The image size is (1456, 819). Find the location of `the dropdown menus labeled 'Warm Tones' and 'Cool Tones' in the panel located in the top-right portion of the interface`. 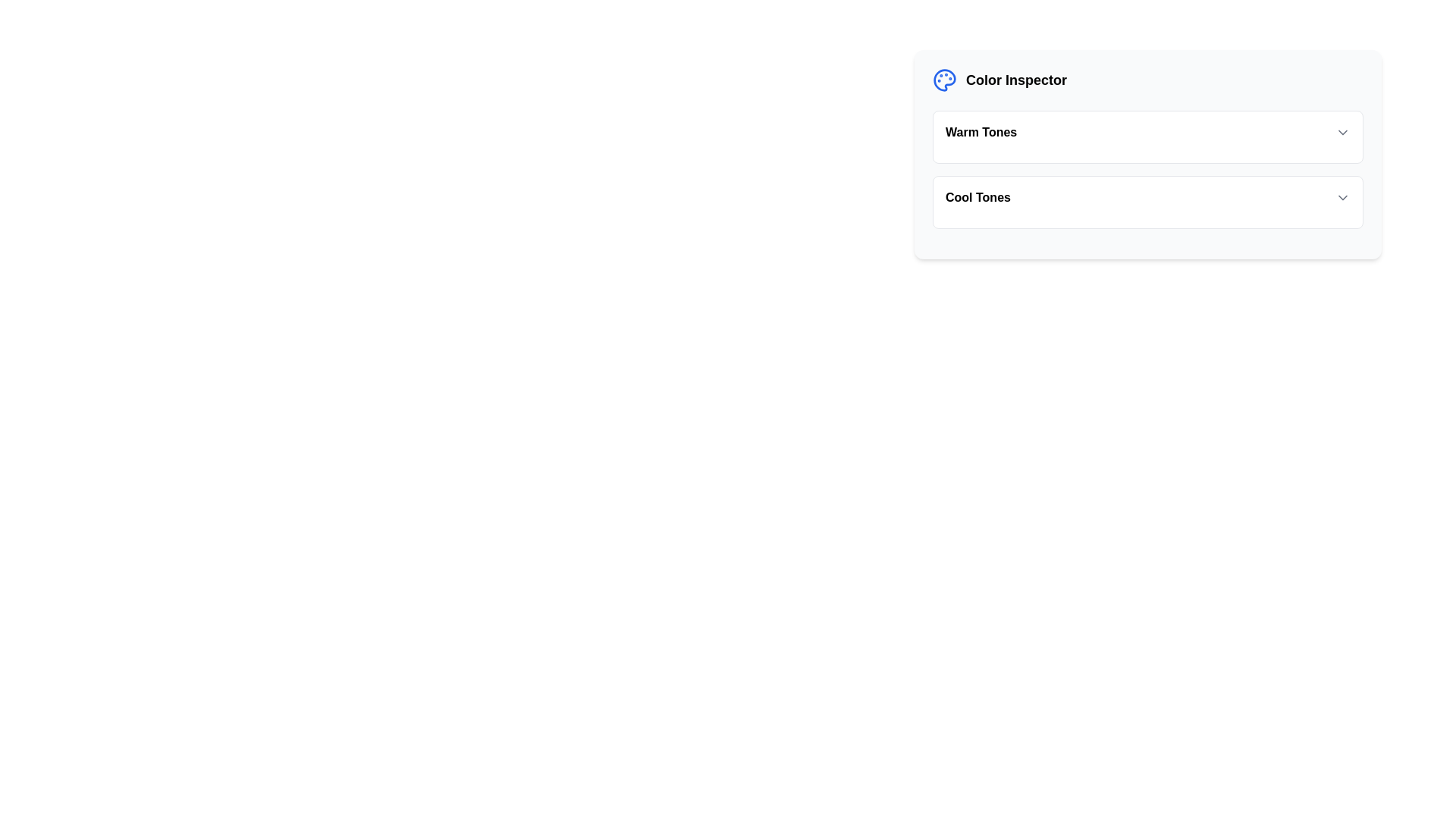

the dropdown menus labeled 'Warm Tones' and 'Cool Tones' in the panel located in the top-right portion of the interface is located at coordinates (1147, 162).